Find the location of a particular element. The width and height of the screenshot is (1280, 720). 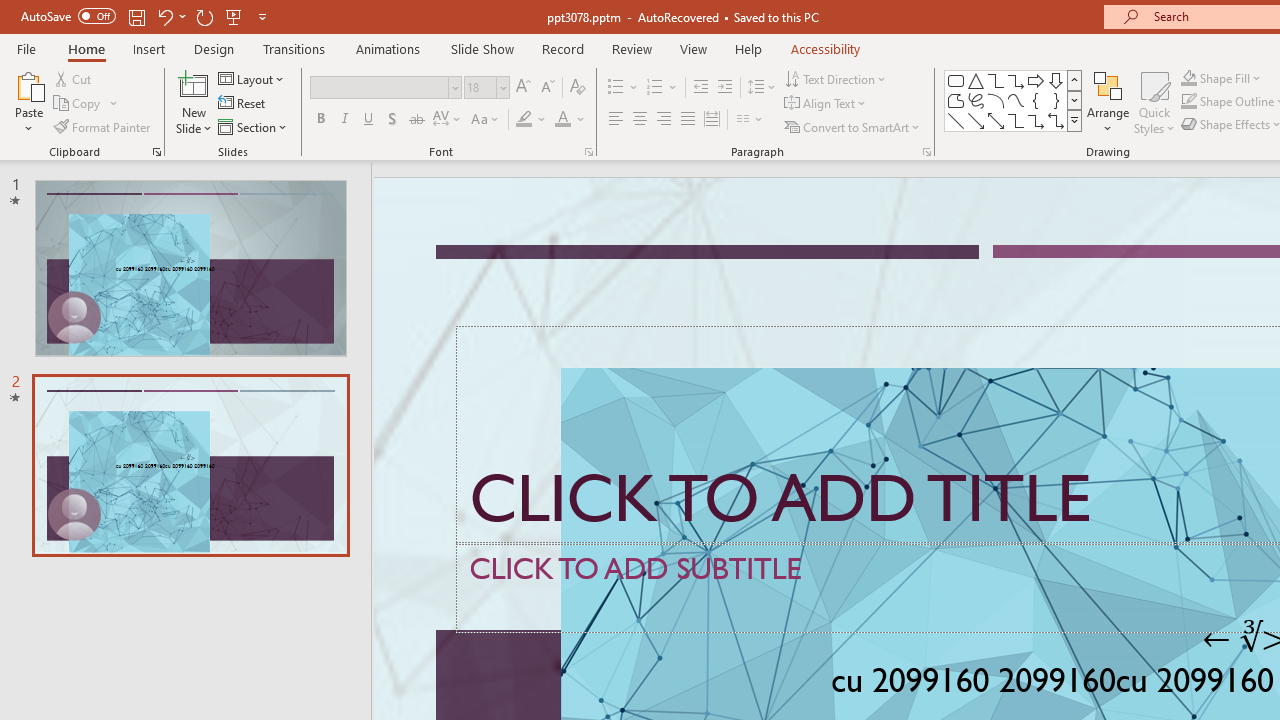

'Line Arrow: Double' is located at coordinates (995, 120).